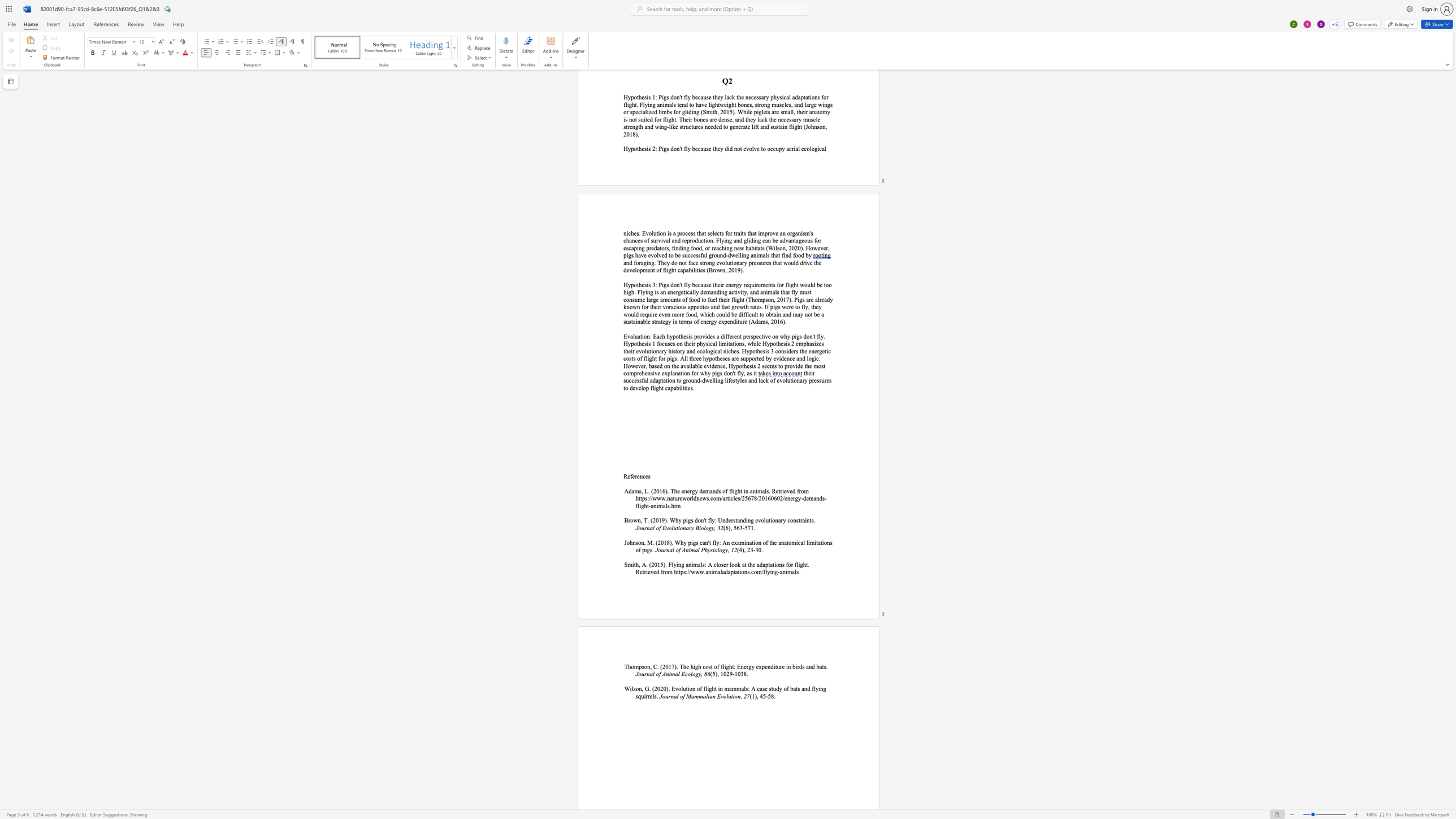 The width and height of the screenshot is (1456, 819). I want to click on the 1th character "e" in the text, so click(629, 476).